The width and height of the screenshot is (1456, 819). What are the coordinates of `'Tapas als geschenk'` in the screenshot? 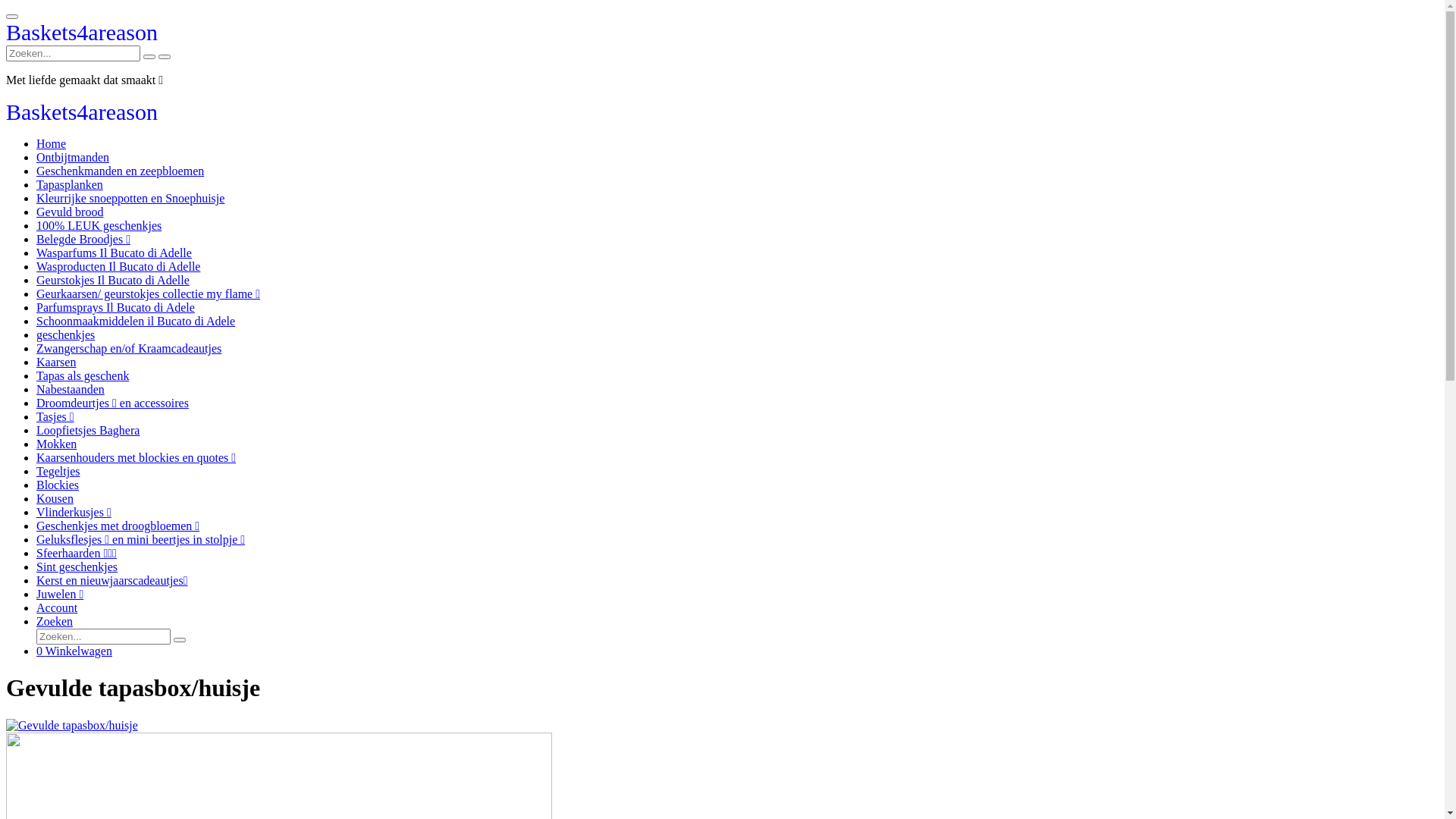 It's located at (36, 375).